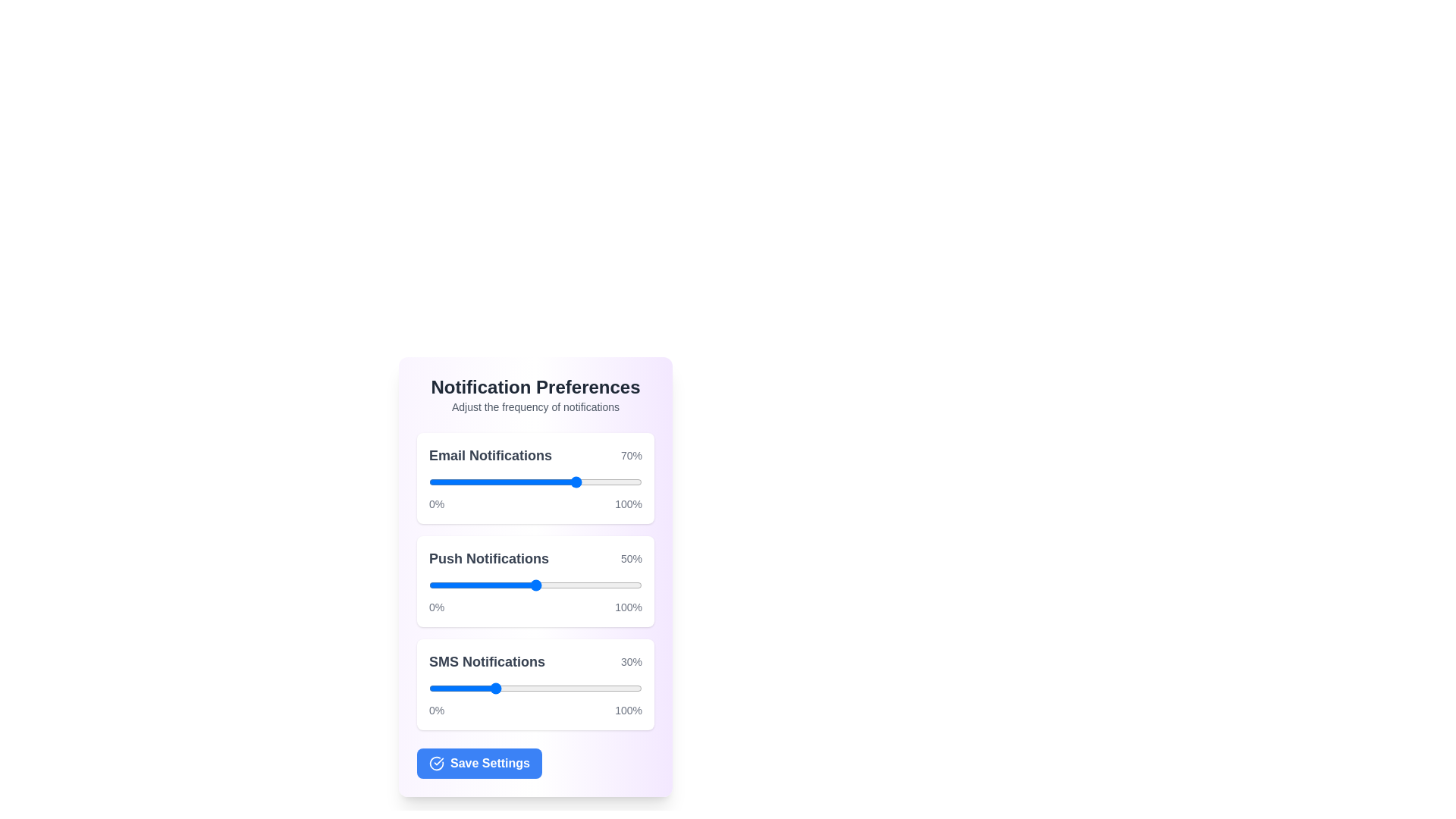  I want to click on the SMS Notifications slider, so click(445, 688).